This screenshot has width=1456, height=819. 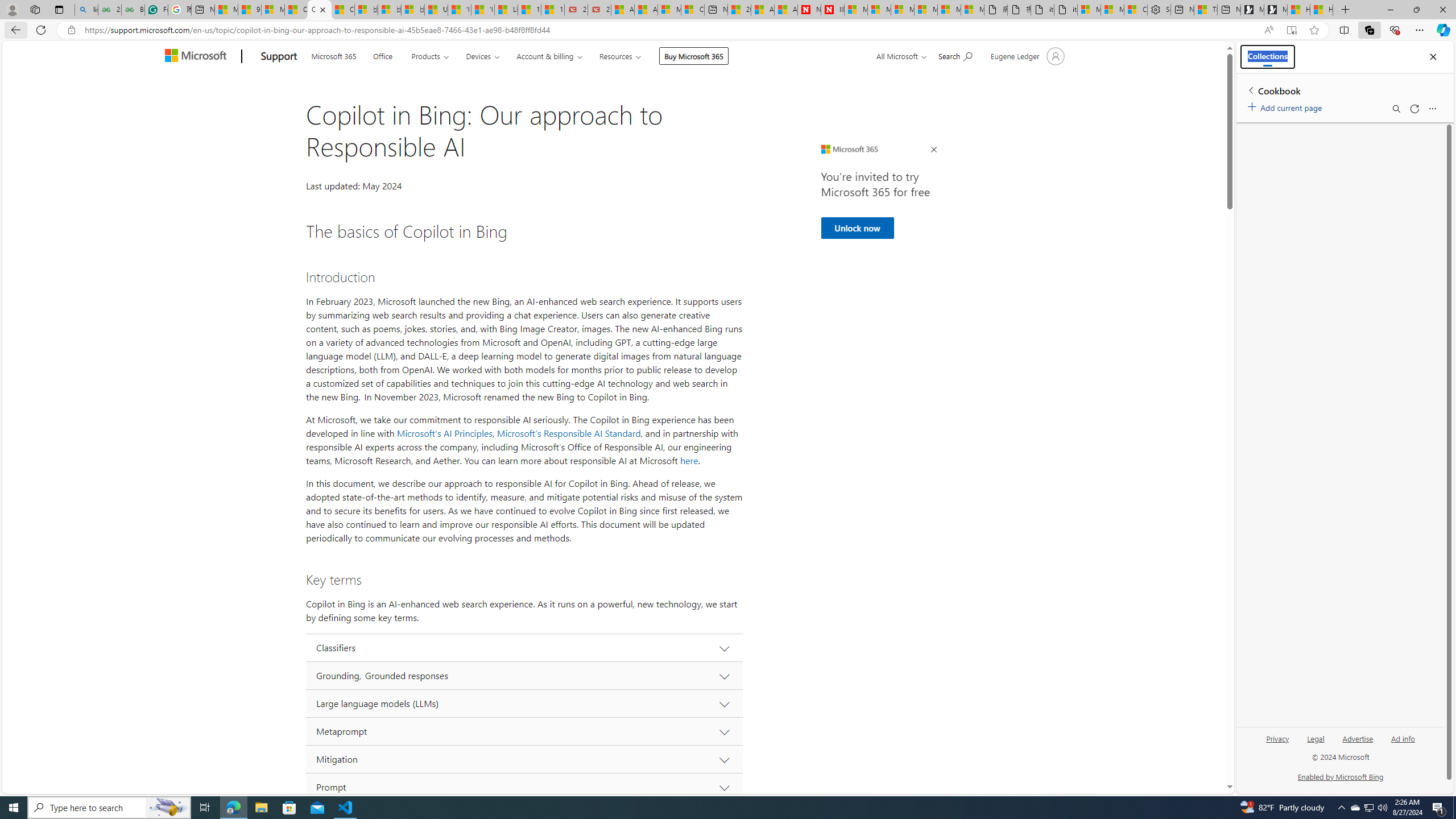 I want to click on 'Office', so click(x=382, y=54).